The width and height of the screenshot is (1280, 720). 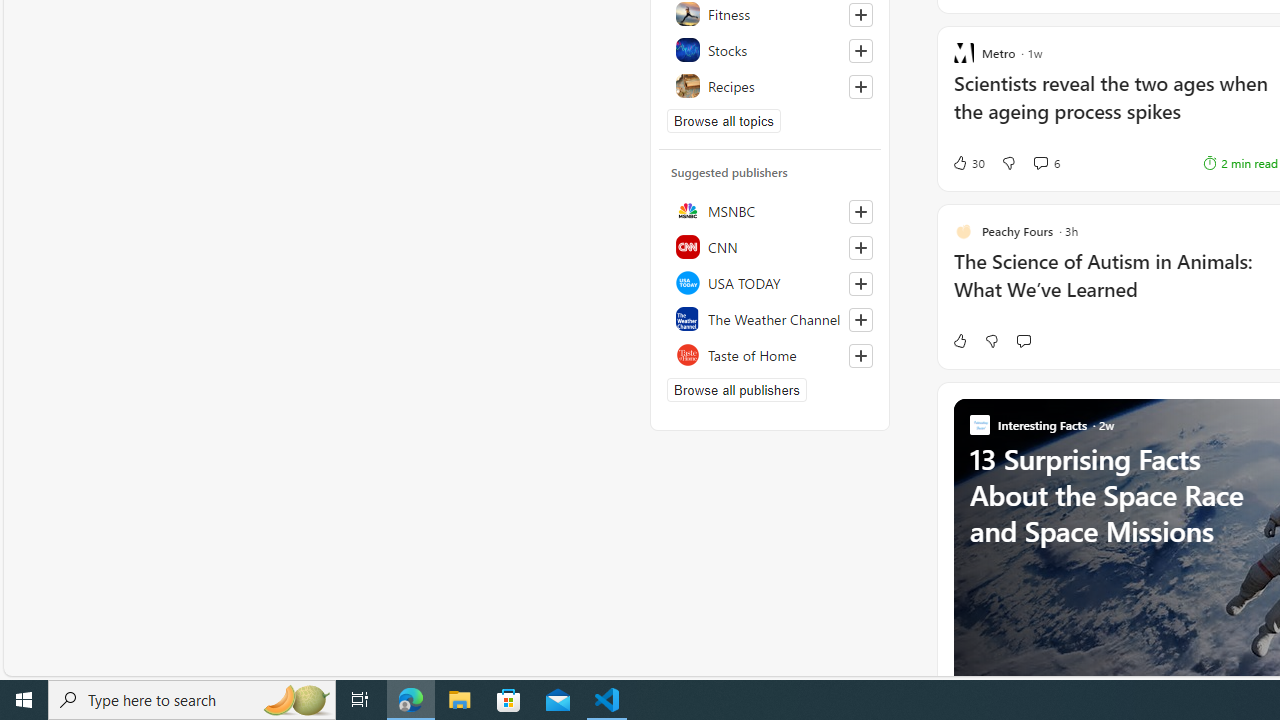 I want to click on 'Browse all topics', so click(x=723, y=120).